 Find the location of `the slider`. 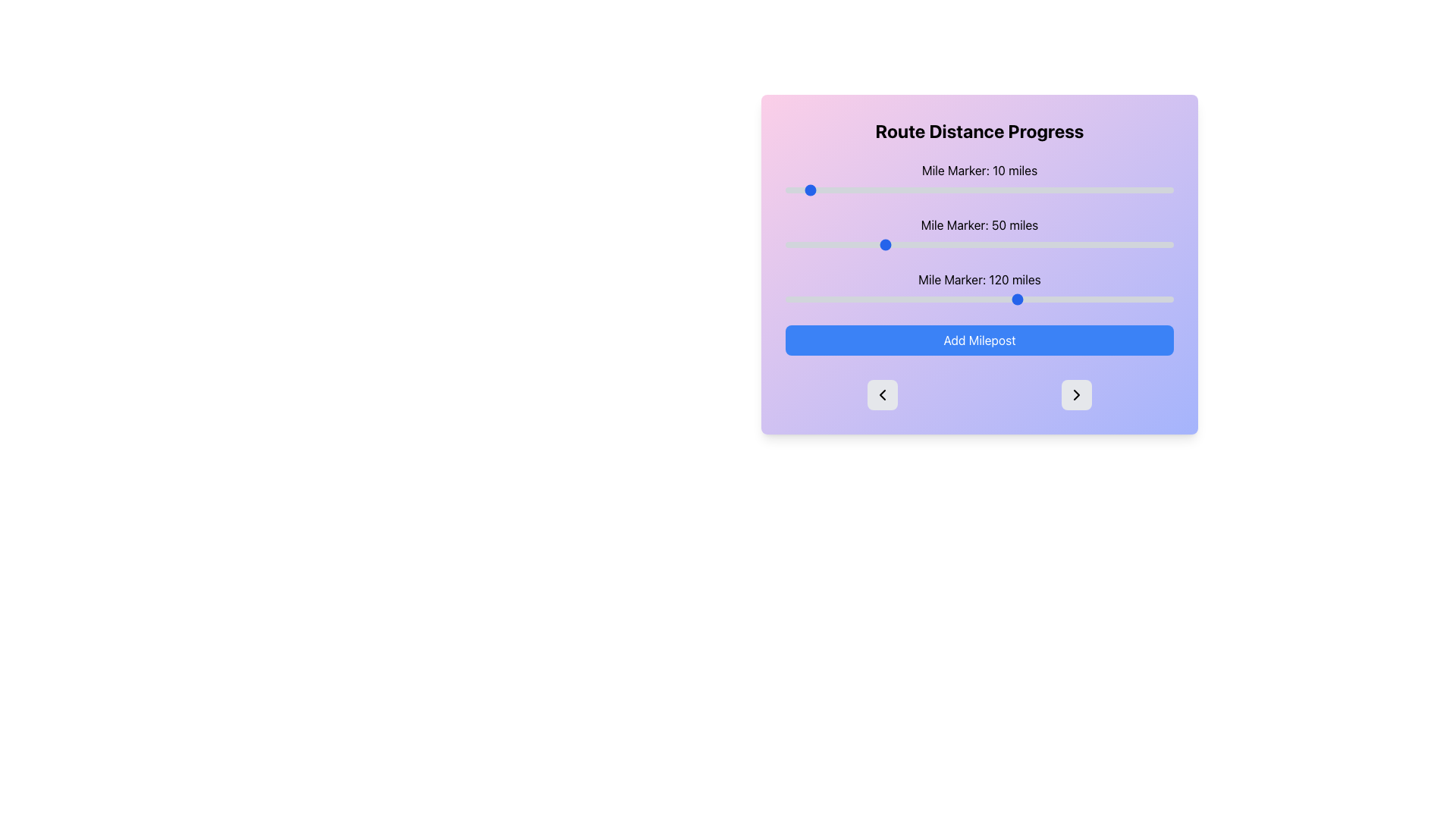

the slider is located at coordinates (787, 189).